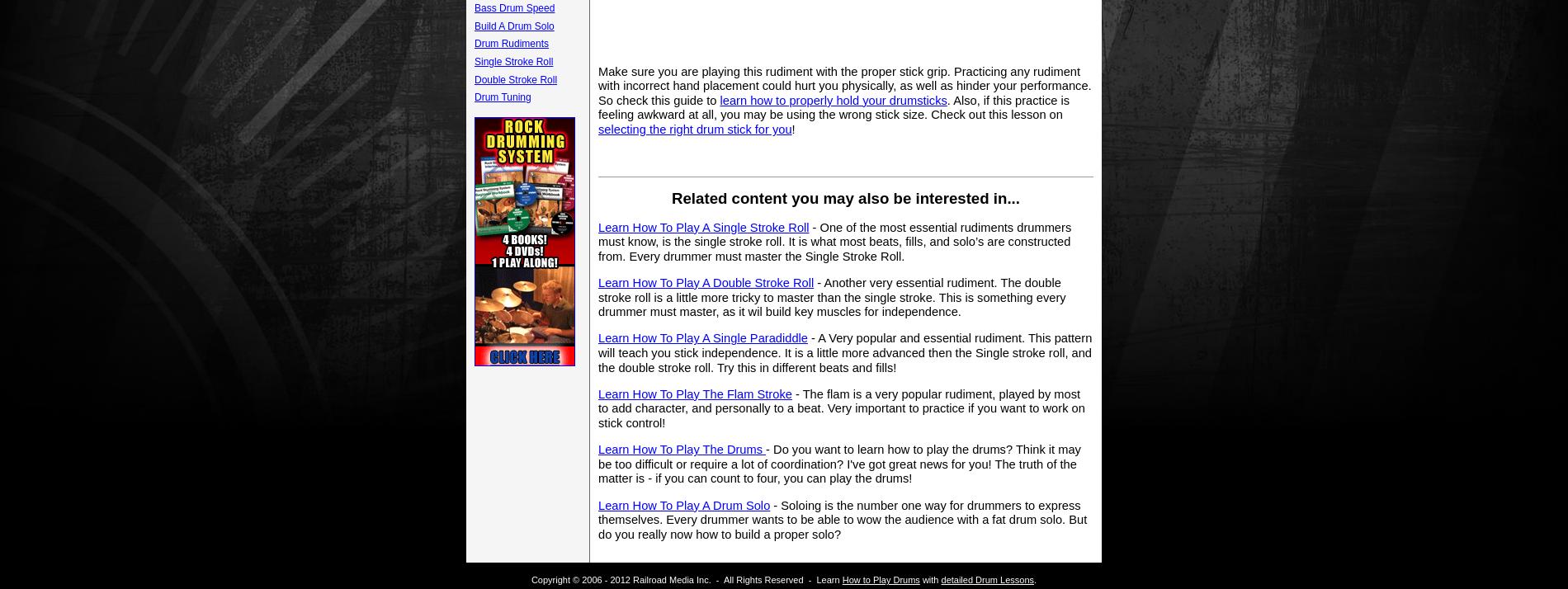  I want to click on 'Double Stroke Roll', so click(515, 78).